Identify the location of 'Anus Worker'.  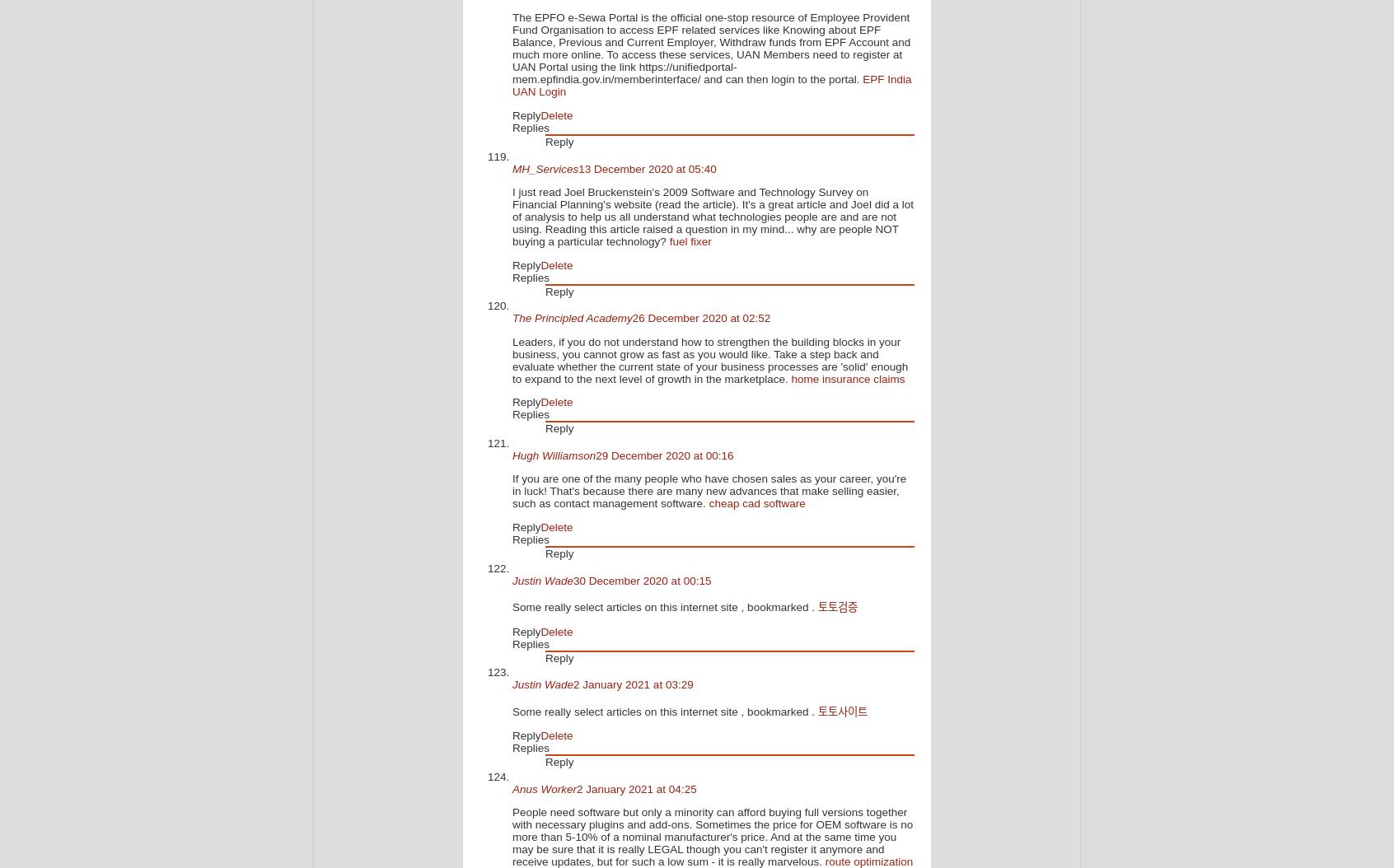
(511, 788).